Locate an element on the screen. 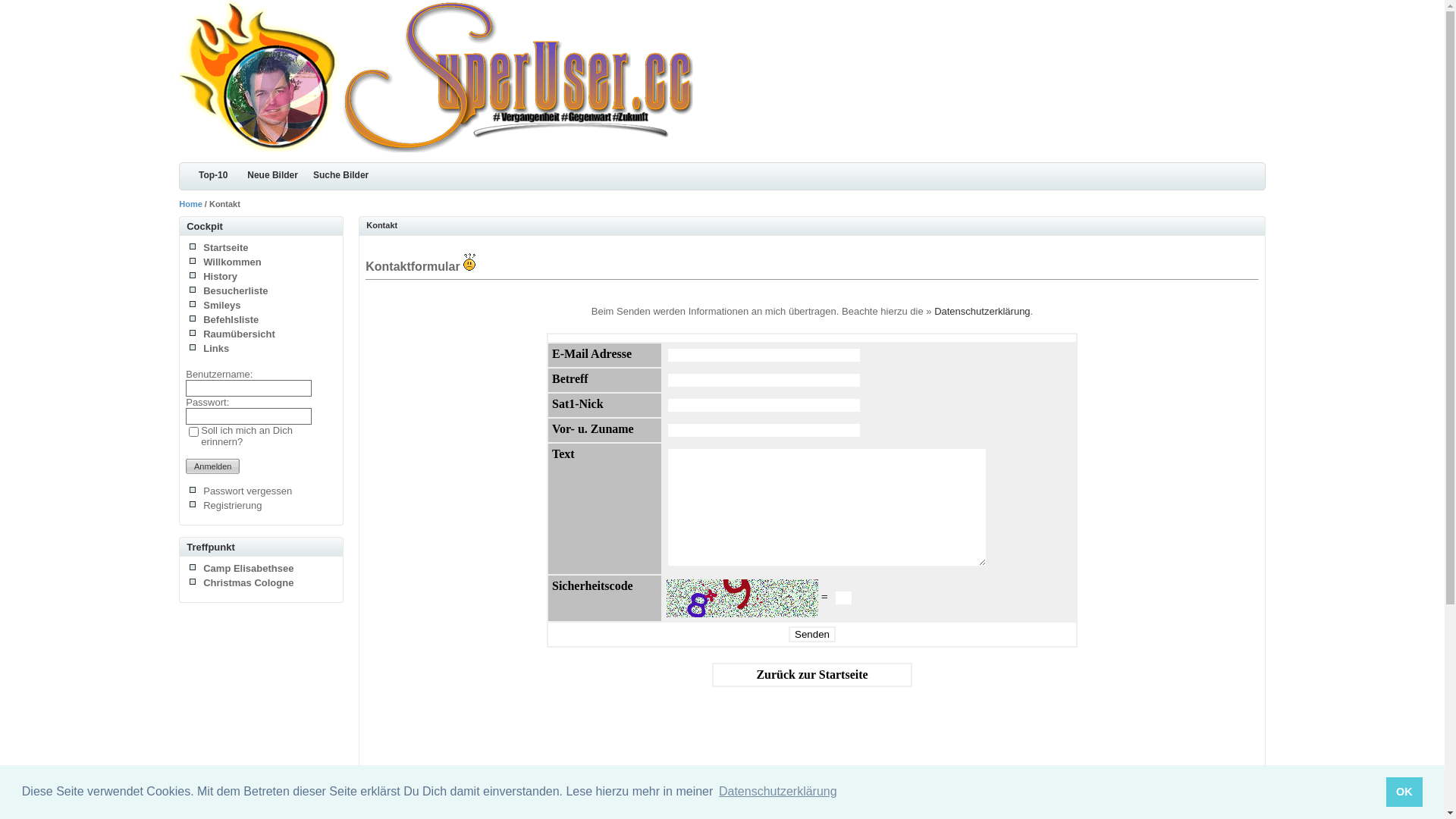  'Christmas Cologne' is located at coordinates (248, 582).